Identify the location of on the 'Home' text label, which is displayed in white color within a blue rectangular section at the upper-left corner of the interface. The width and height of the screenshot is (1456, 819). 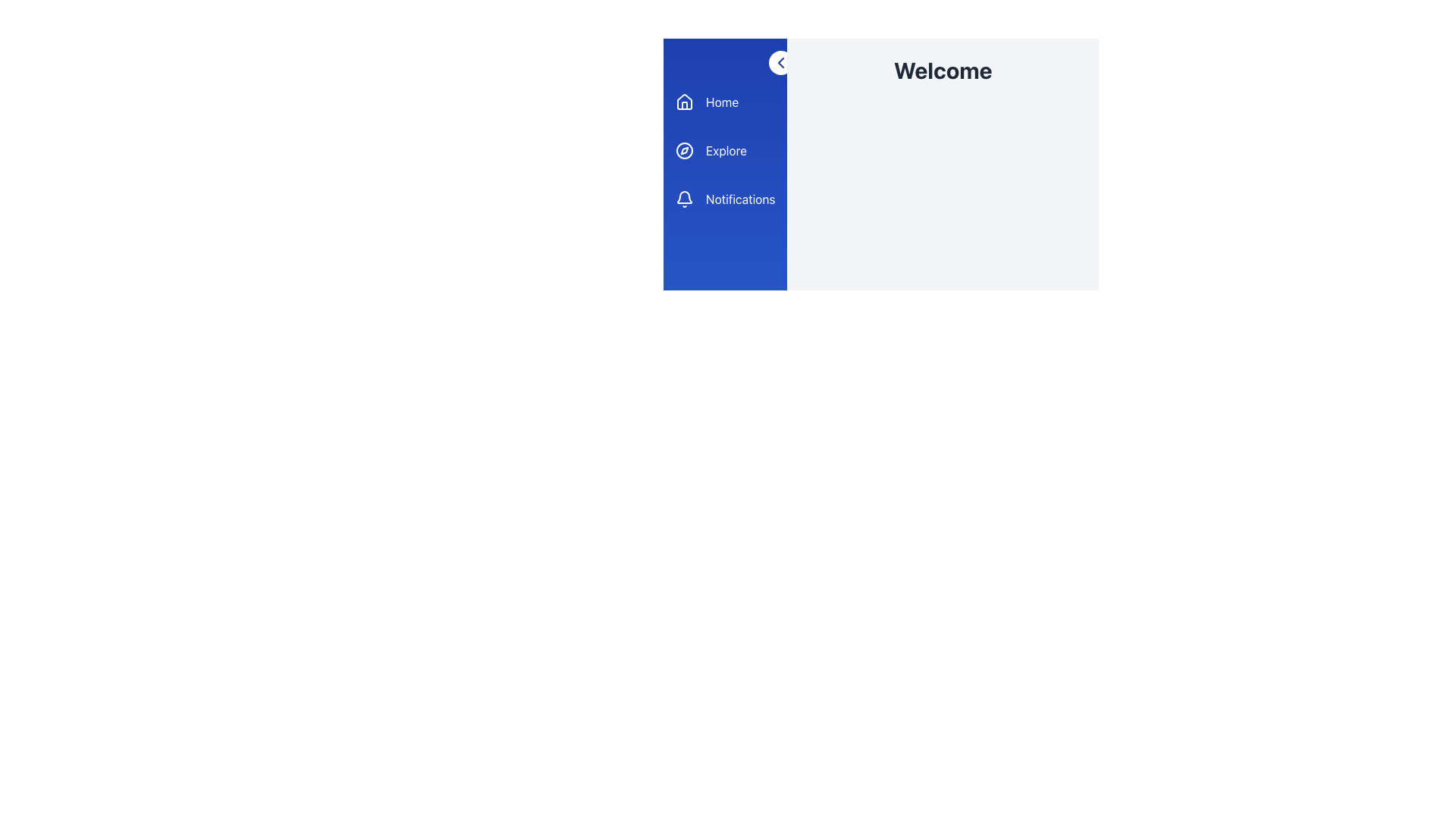
(721, 102).